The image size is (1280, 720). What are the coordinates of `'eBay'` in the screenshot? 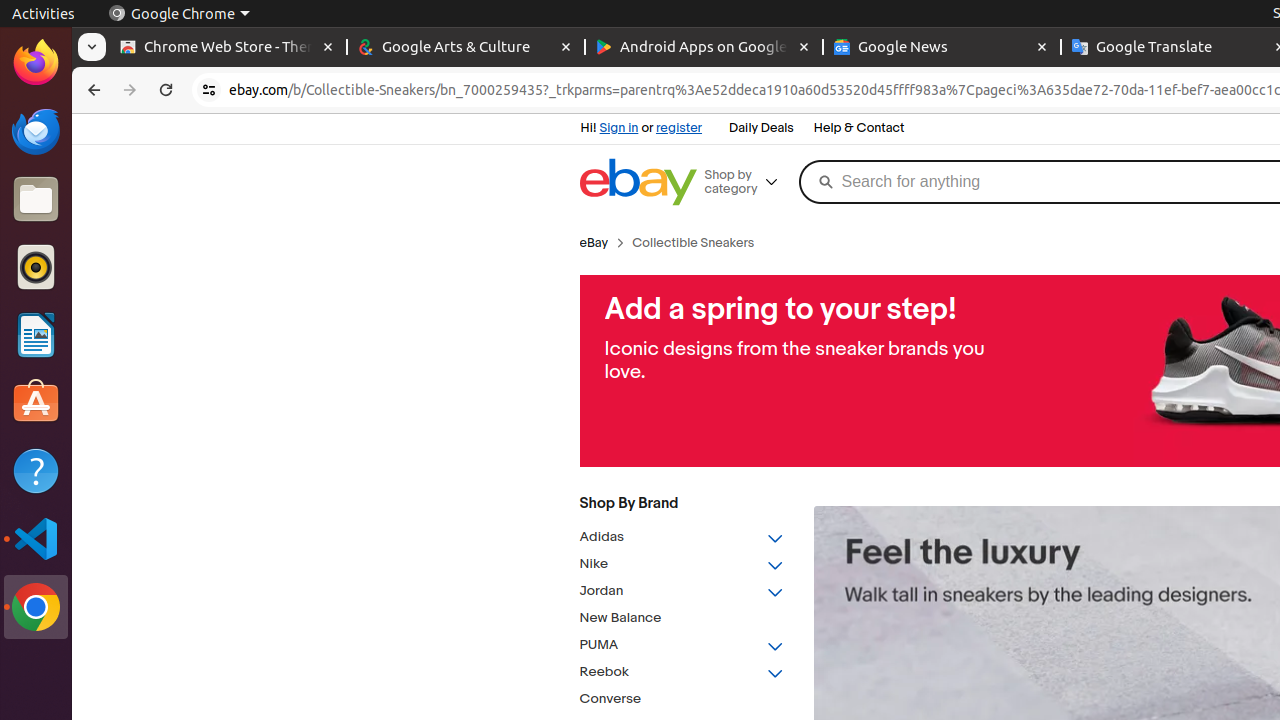 It's located at (593, 242).